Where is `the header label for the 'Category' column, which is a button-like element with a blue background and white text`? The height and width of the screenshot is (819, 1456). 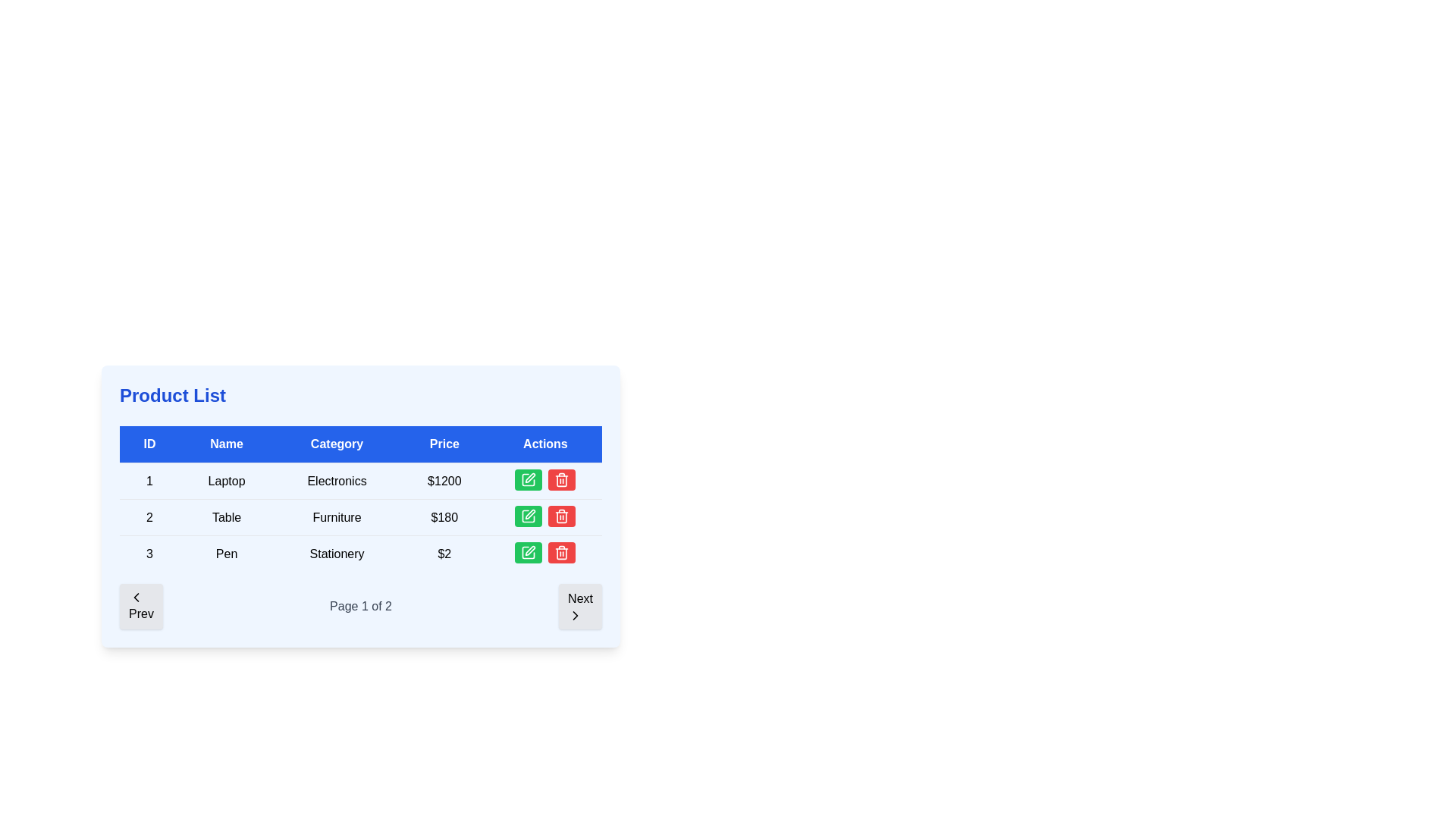
the header label for the 'Category' column, which is a button-like element with a blue background and white text is located at coordinates (336, 444).